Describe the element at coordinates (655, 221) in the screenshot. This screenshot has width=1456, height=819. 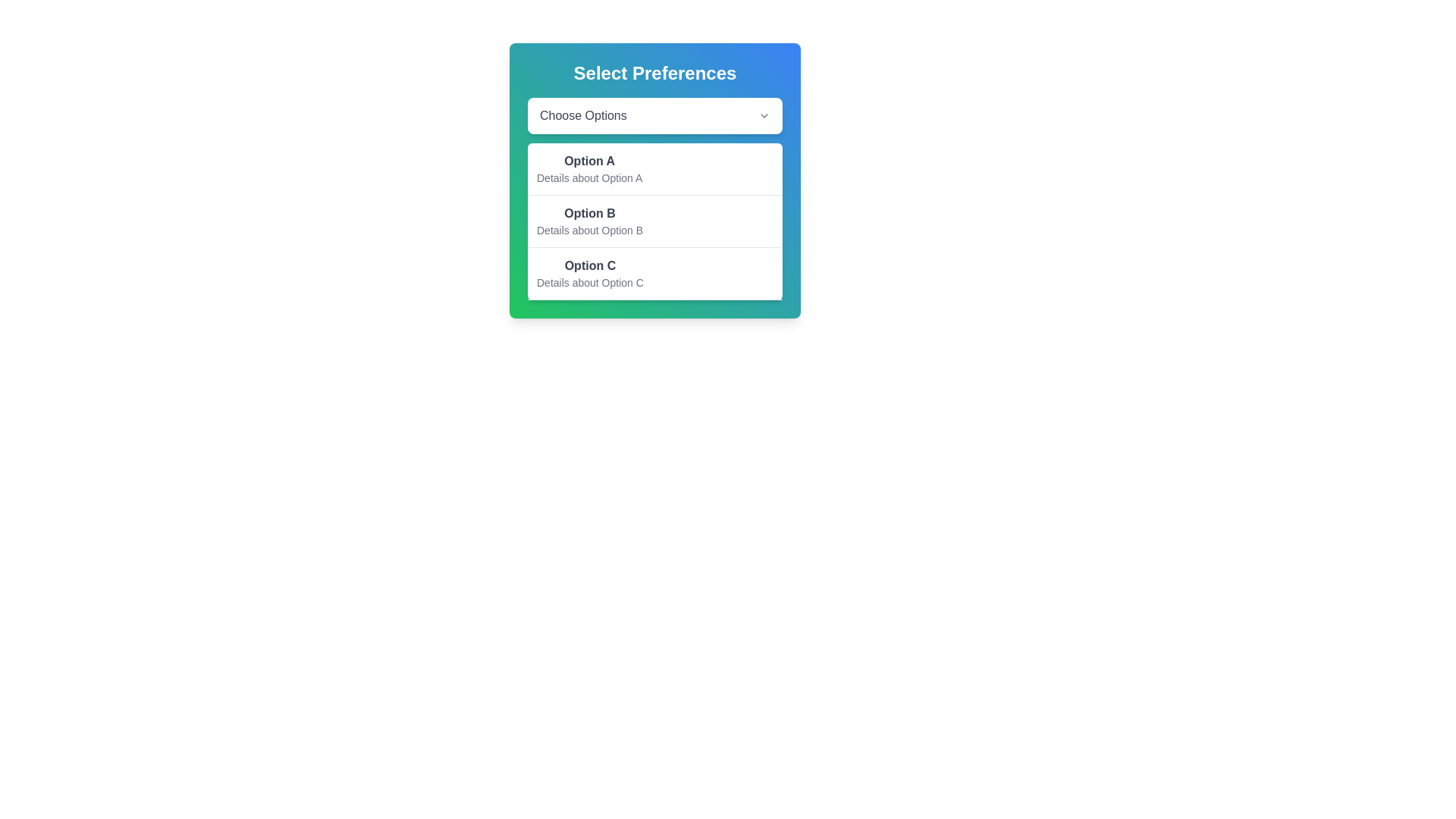
I see `the list item displaying 'Option B'` at that location.